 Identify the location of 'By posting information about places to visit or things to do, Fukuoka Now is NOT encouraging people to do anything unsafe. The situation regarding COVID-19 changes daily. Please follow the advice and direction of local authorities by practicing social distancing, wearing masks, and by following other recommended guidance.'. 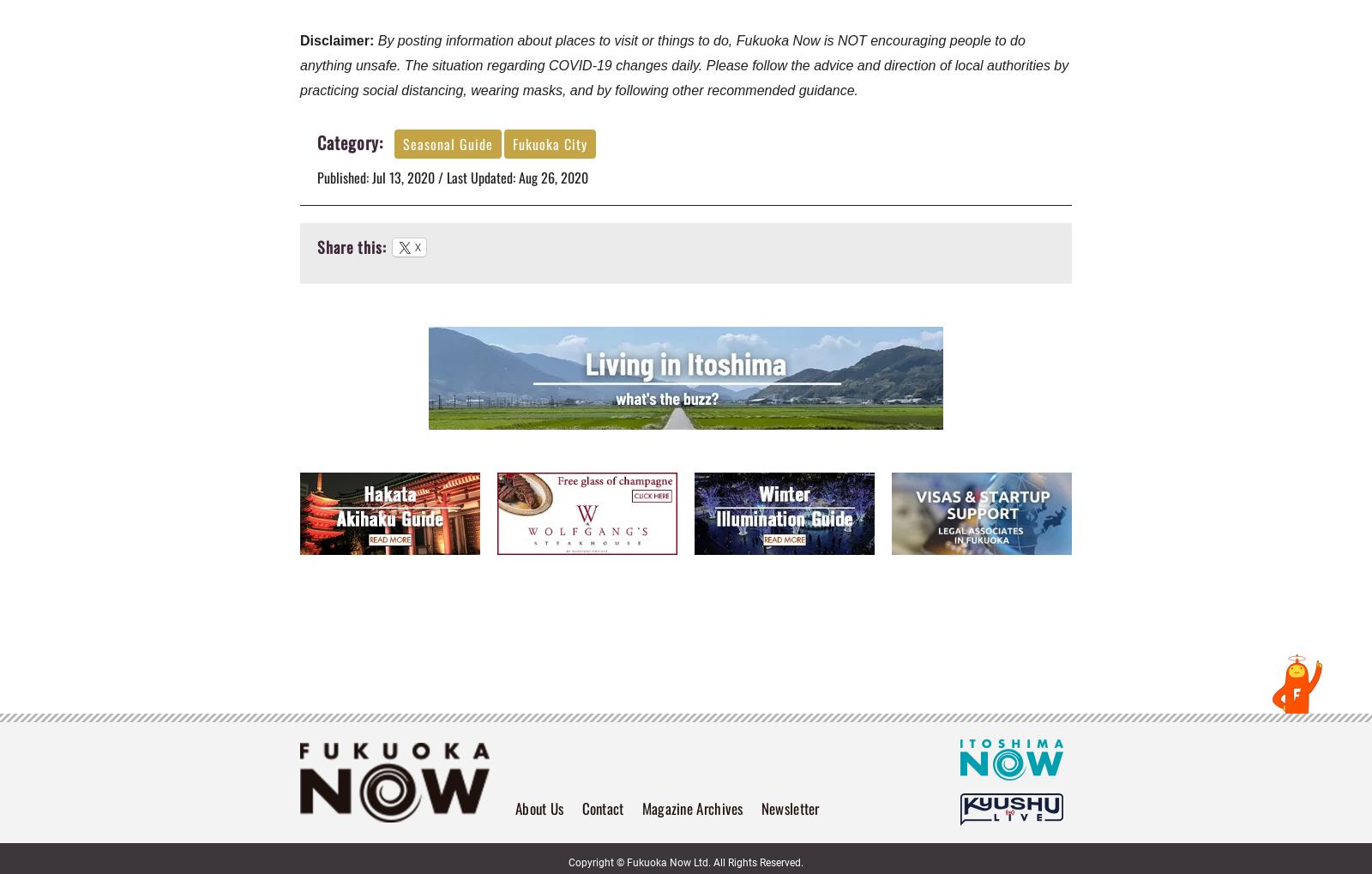
(684, 65).